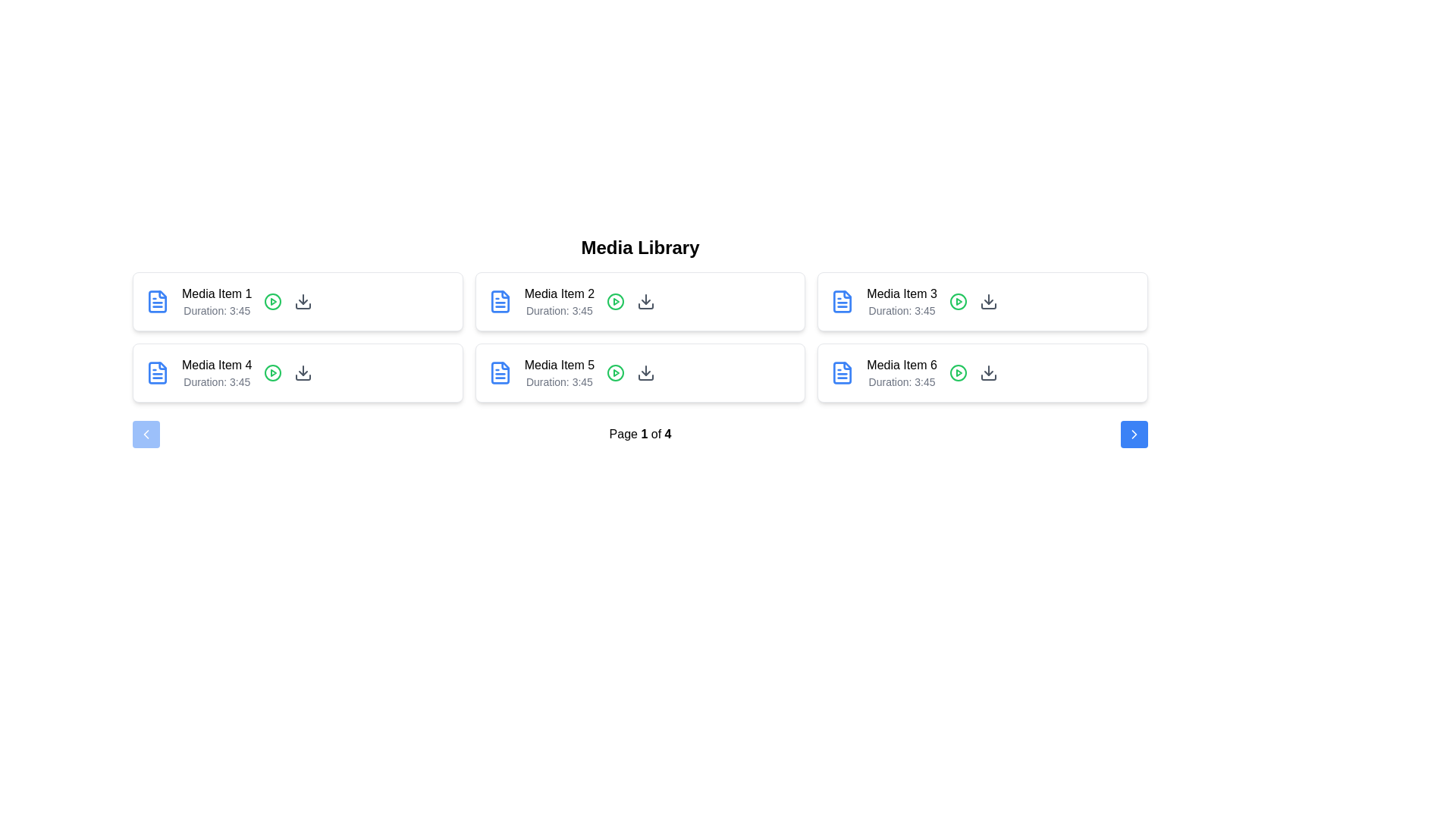 The height and width of the screenshot is (819, 1456). What do you see at coordinates (616, 373) in the screenshot?
I see `the circular shape with a green stroke that is part of the play button SVG icon located next to the label 'Media Item 5'` at bounding box center [616, 373].